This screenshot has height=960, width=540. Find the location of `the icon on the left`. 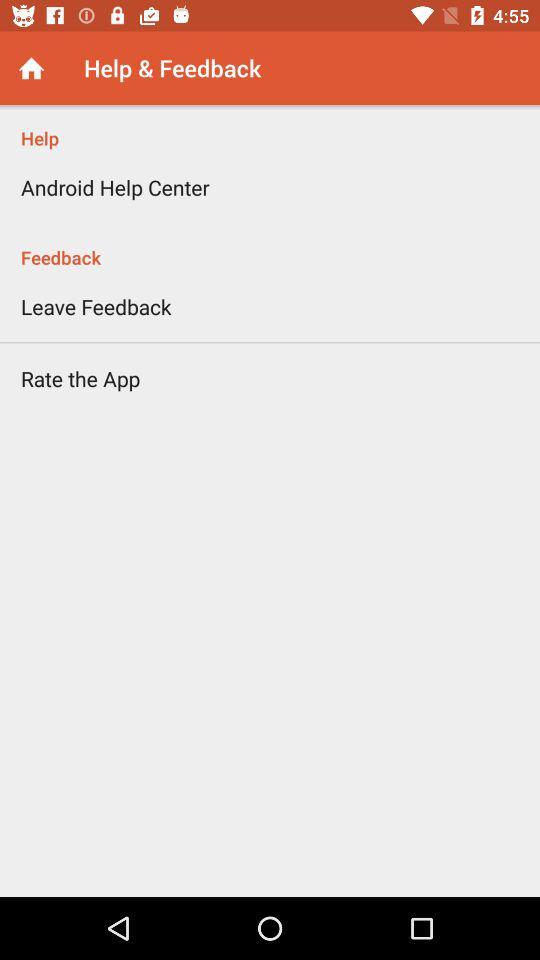

the icon on the left is located at coordinates (79, 377).